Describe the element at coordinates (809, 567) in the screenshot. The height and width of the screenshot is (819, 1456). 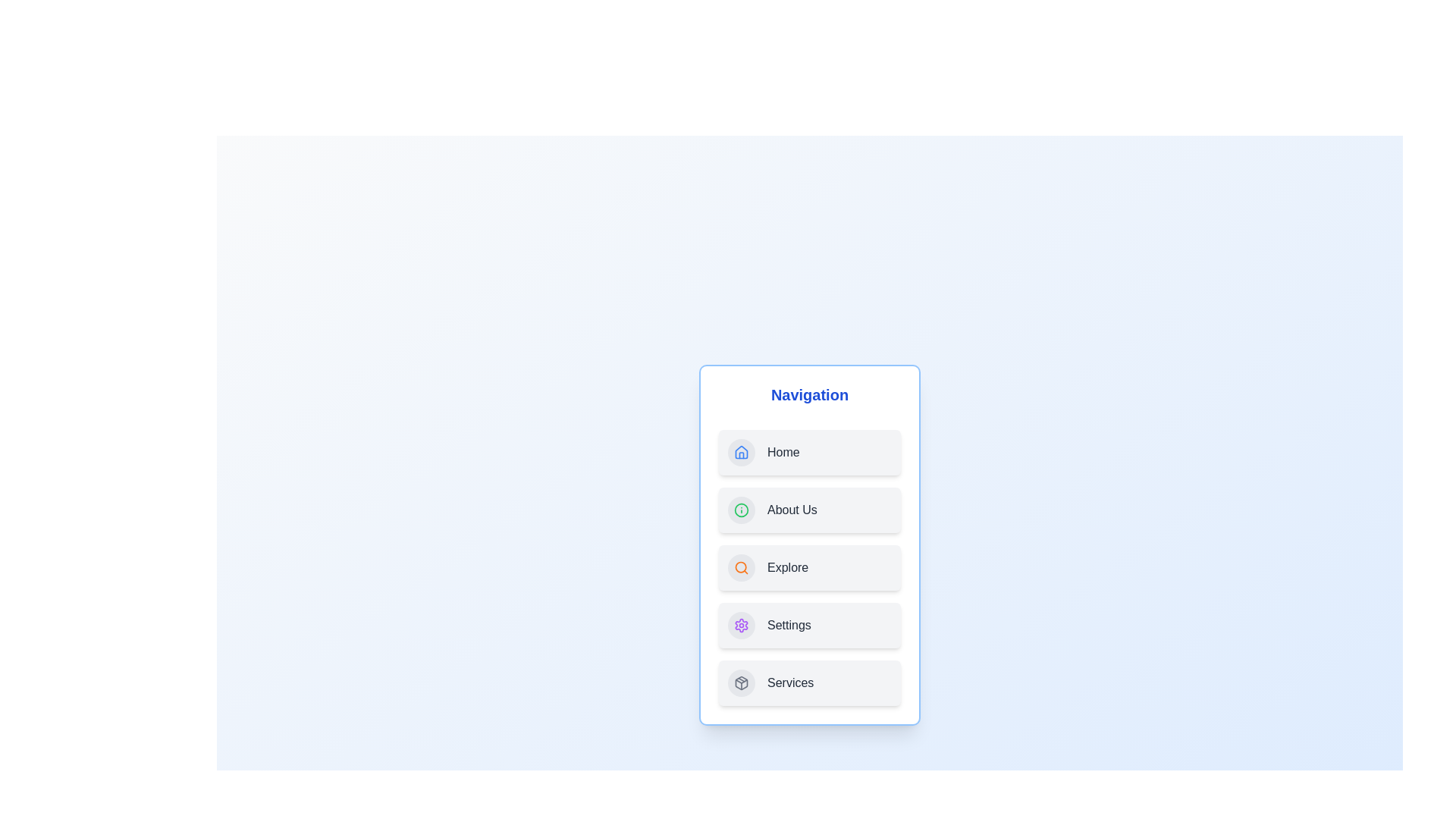
I see `the navigation item labeled Explore` at that location.